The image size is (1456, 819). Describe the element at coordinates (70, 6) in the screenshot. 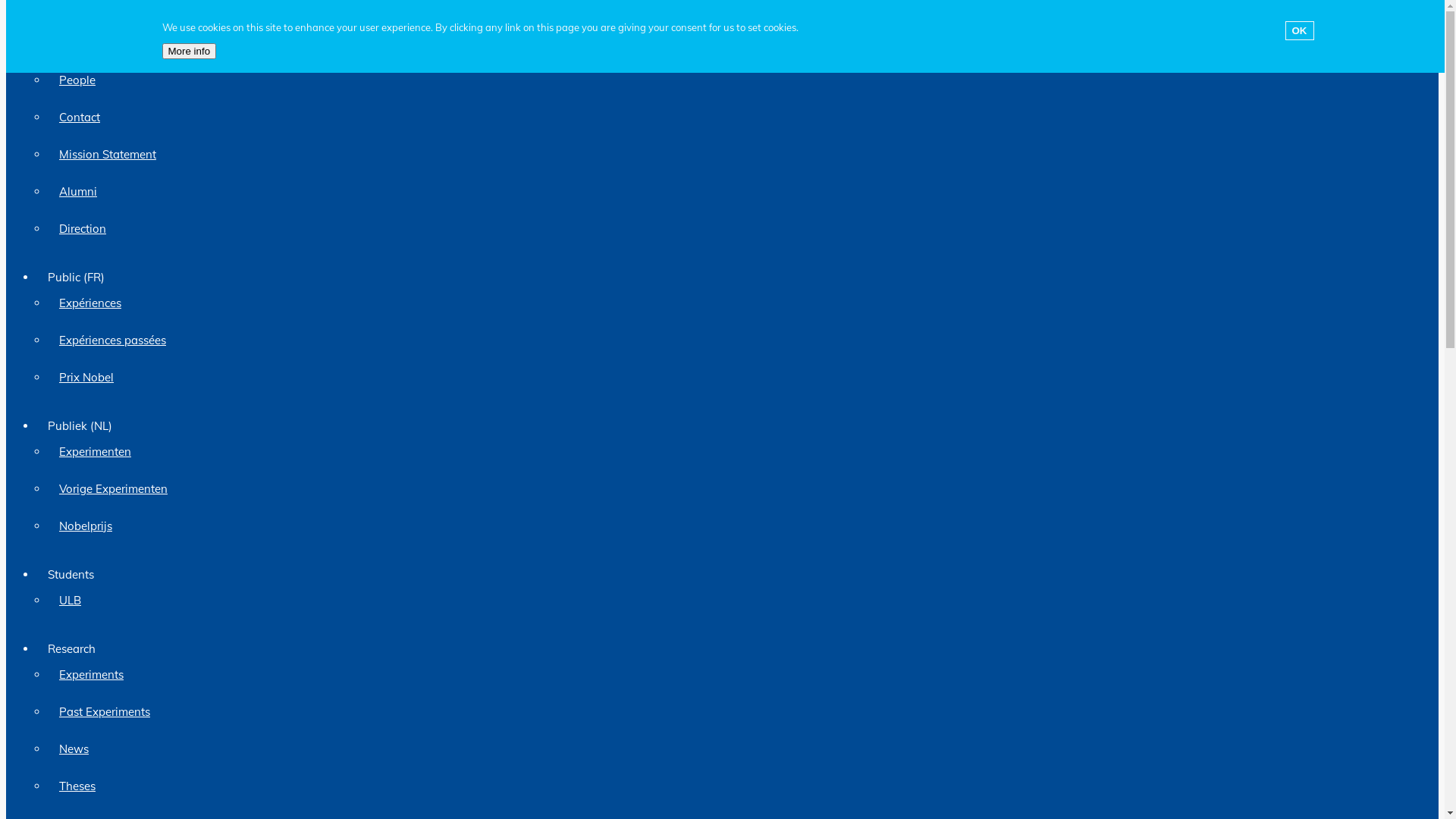

I see `'Skip to main content'` at that location.